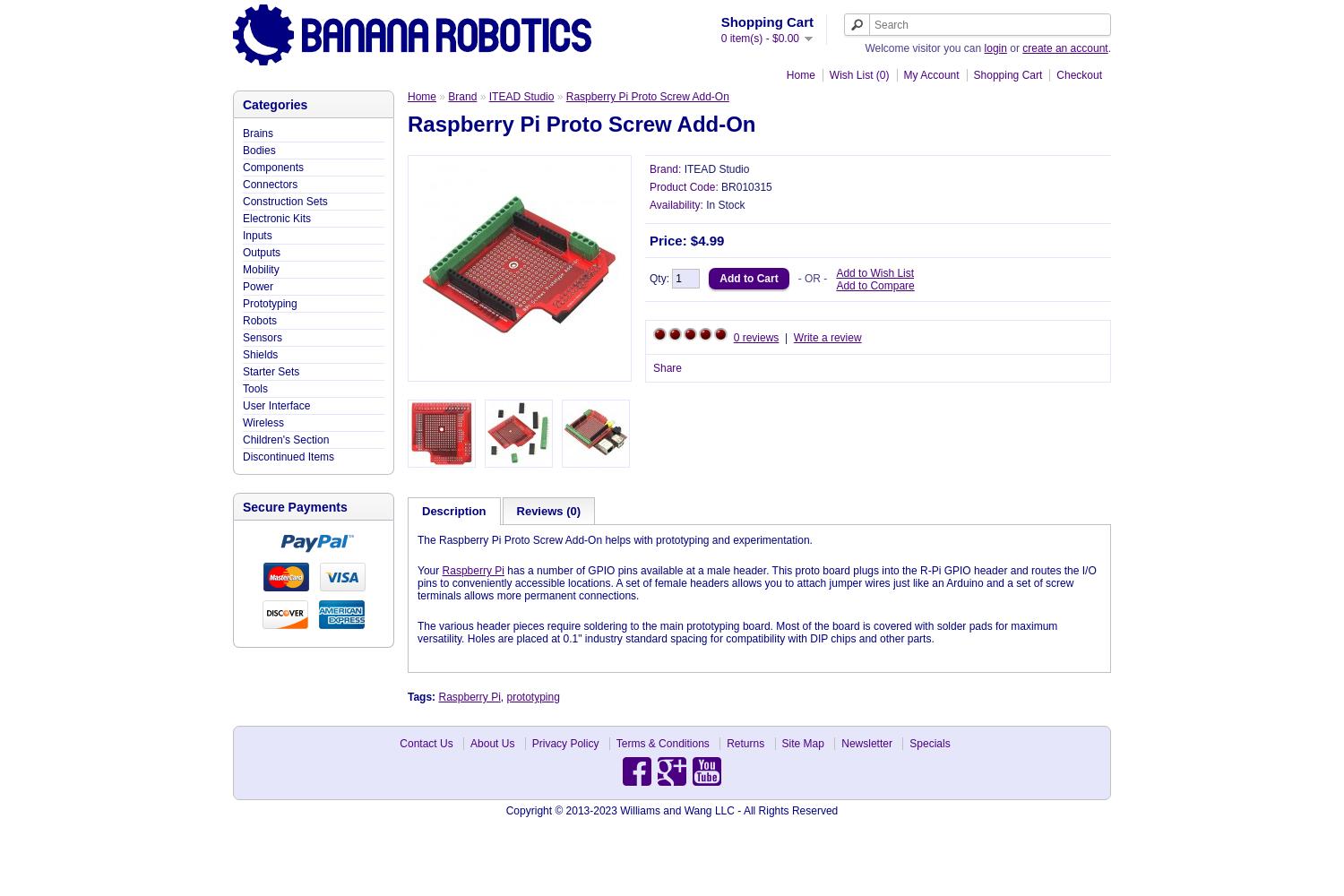 The width and height of the screenshot is (1344, 896). I want to click on 'Contact Us', so click(398, 743).